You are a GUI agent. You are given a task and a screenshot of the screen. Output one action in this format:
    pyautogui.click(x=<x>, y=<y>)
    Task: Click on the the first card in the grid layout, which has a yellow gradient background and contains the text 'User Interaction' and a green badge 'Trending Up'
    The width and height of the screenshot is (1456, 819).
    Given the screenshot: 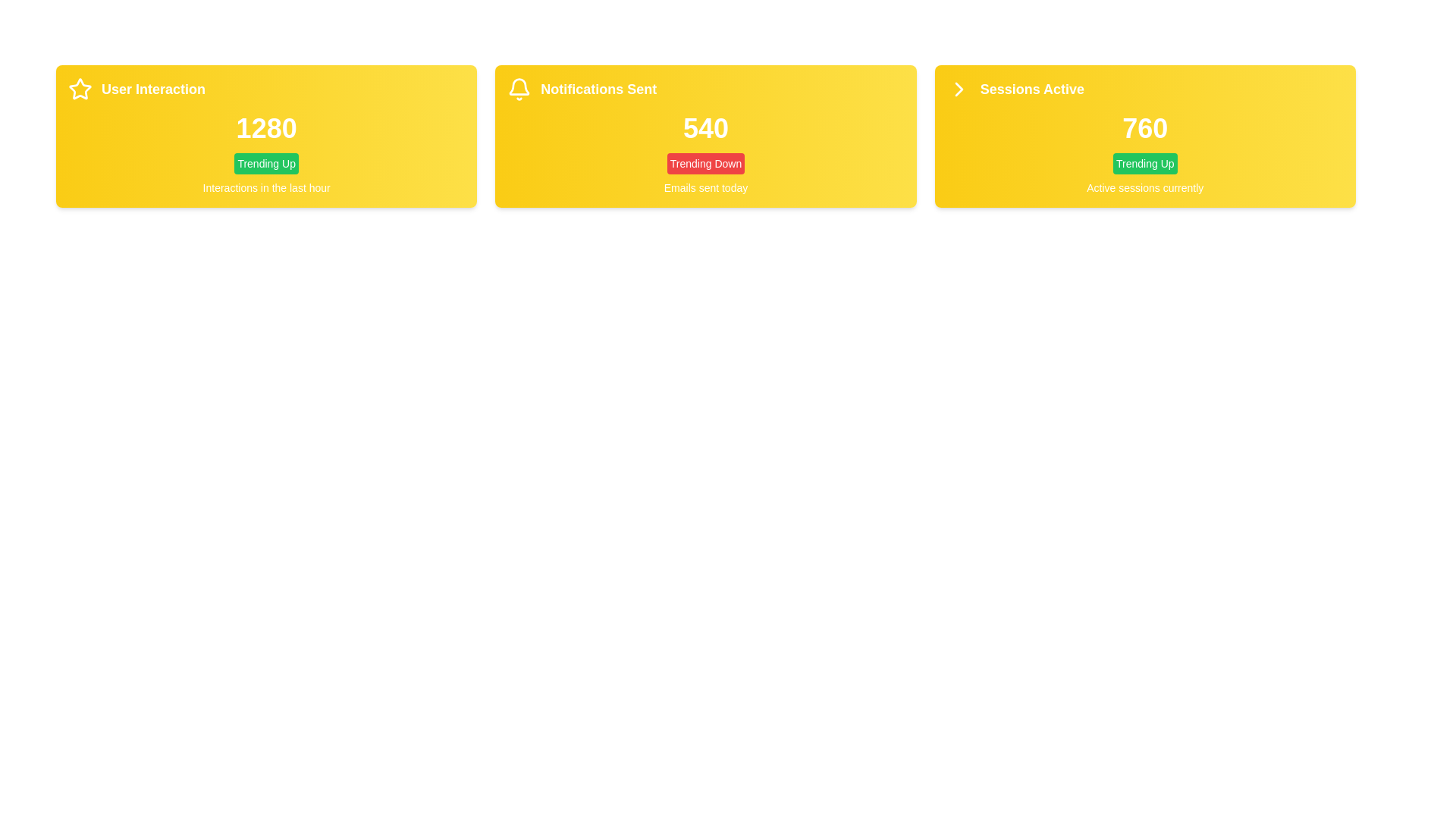 What is the action you would take?
    pyautogui.click(x=266, y=136)
    